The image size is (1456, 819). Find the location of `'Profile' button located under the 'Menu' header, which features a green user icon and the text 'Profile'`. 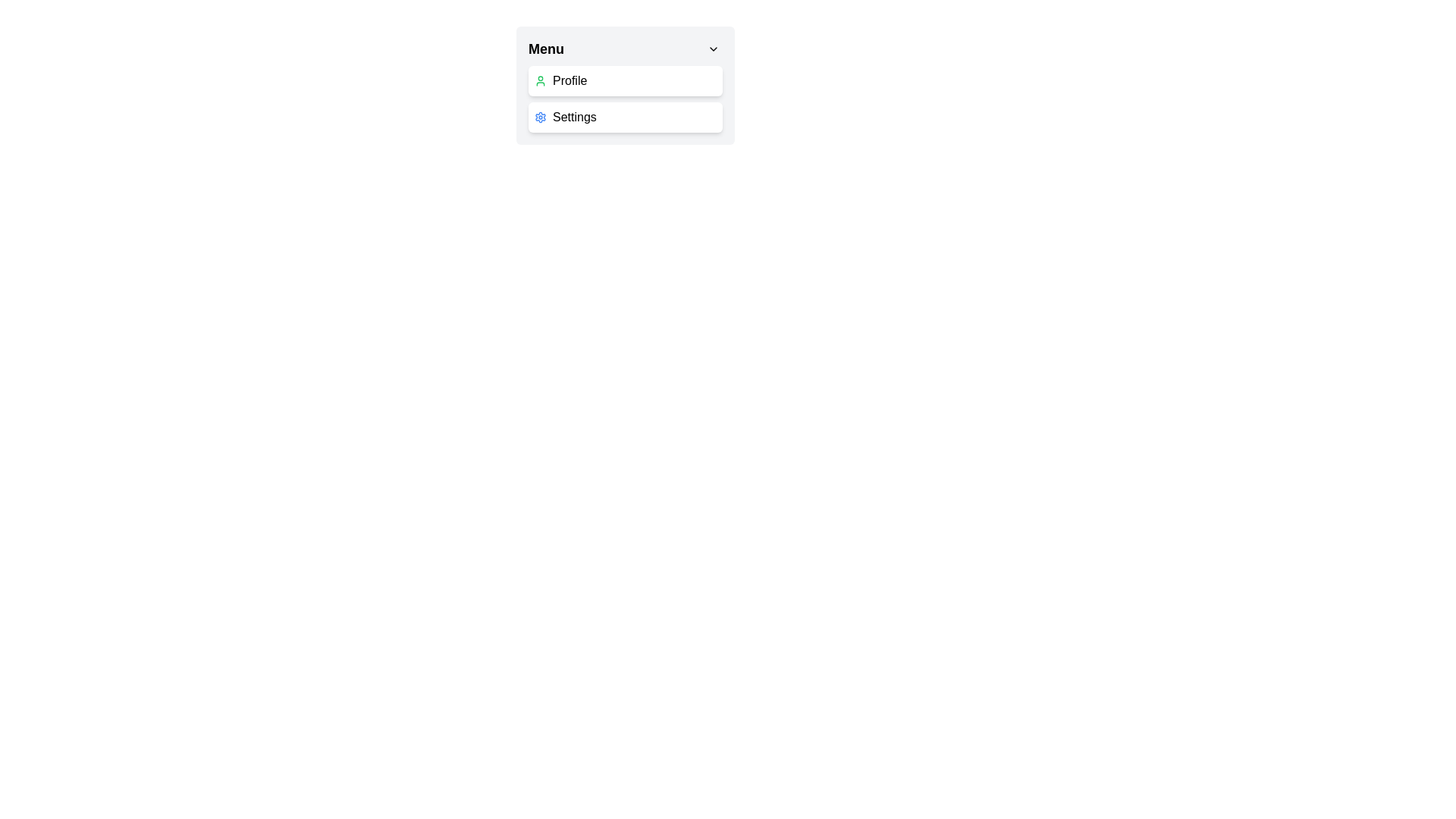

'Profile' button located under the 'Menu' header, which features a green user icon and the text 'Profile' is located at coordinates (626, 81).